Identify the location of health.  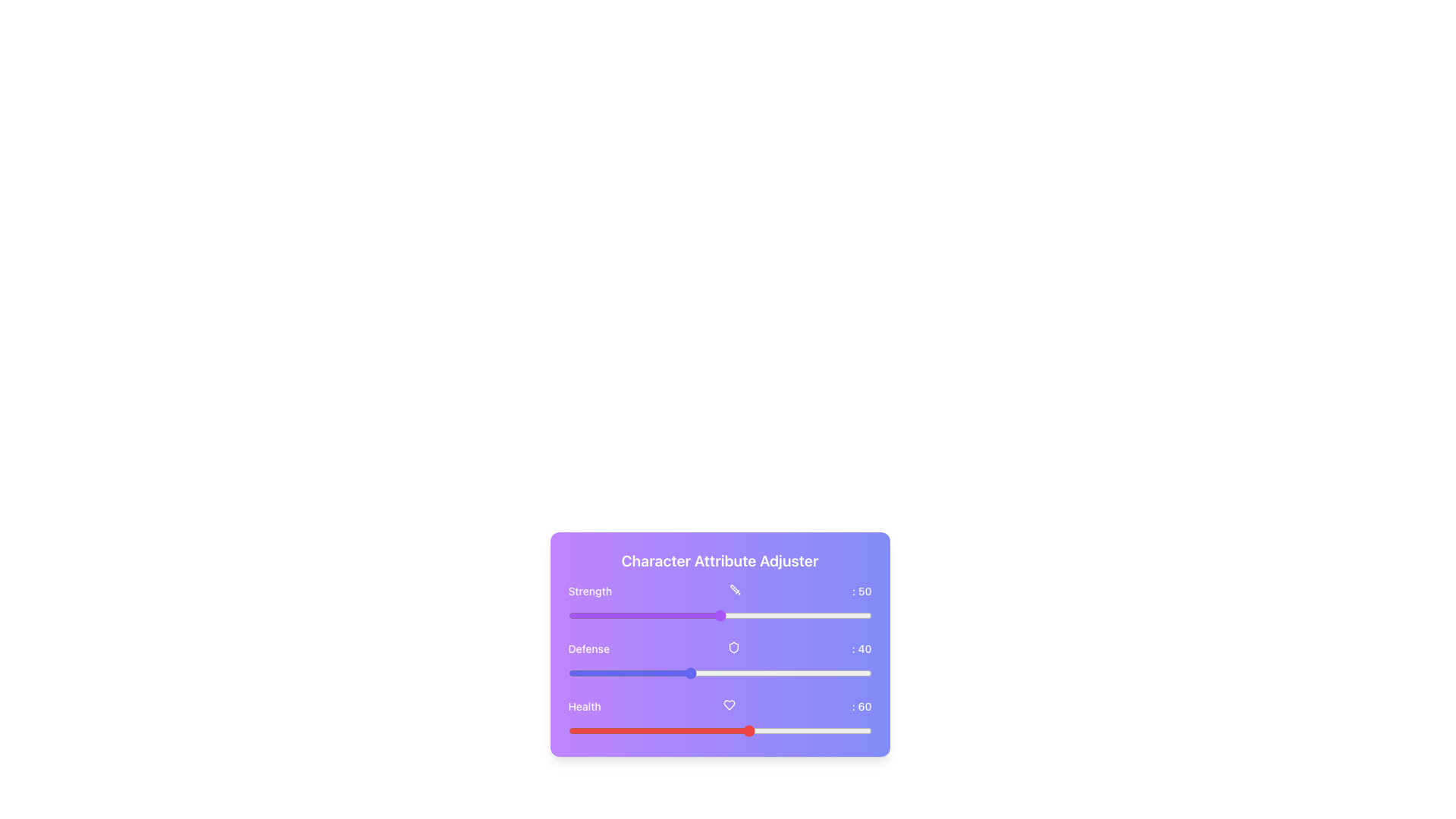
(698, 730).